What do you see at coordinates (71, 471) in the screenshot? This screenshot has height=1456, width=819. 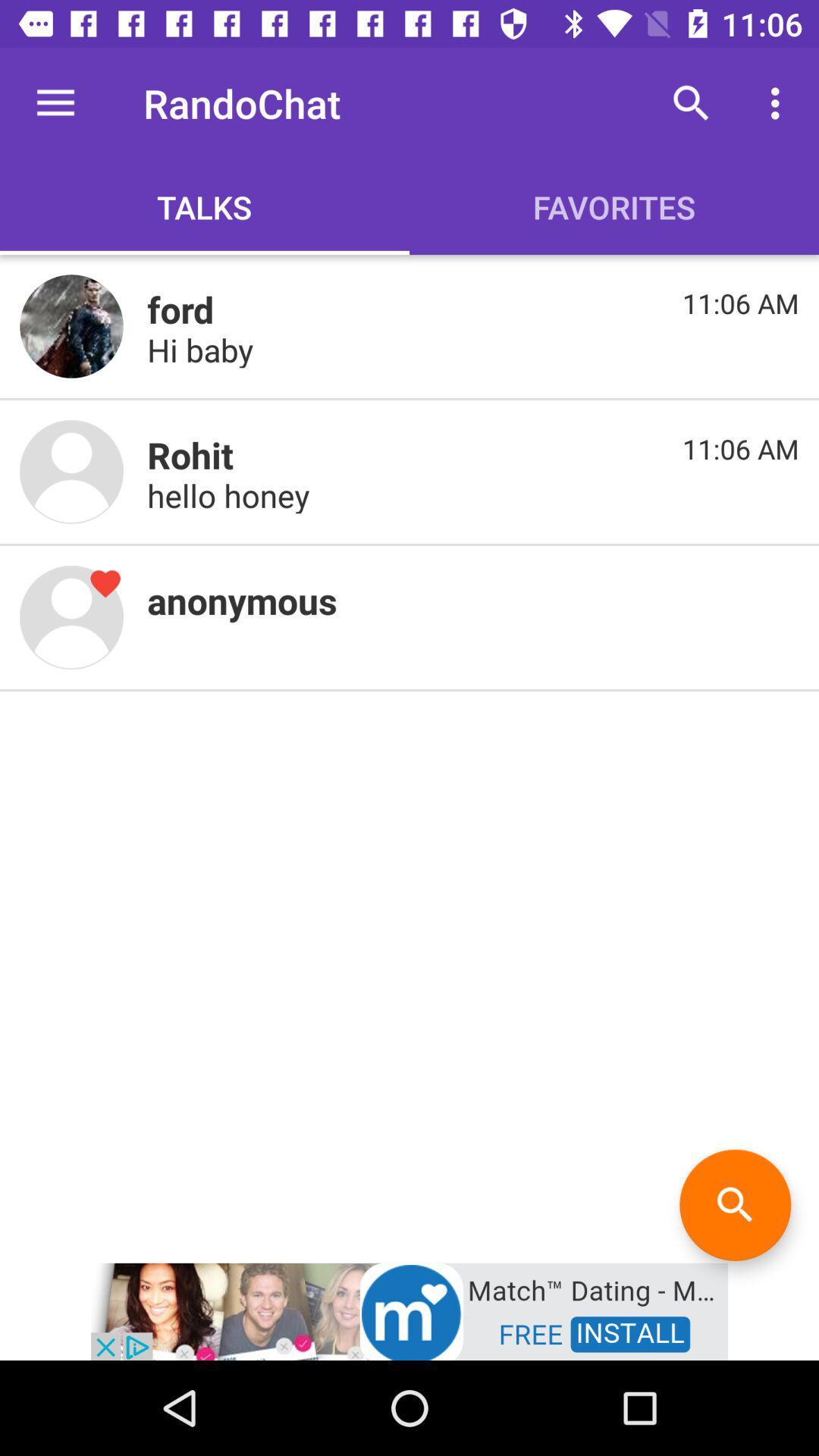 I see `next chating` at bounding box center [71, 471].